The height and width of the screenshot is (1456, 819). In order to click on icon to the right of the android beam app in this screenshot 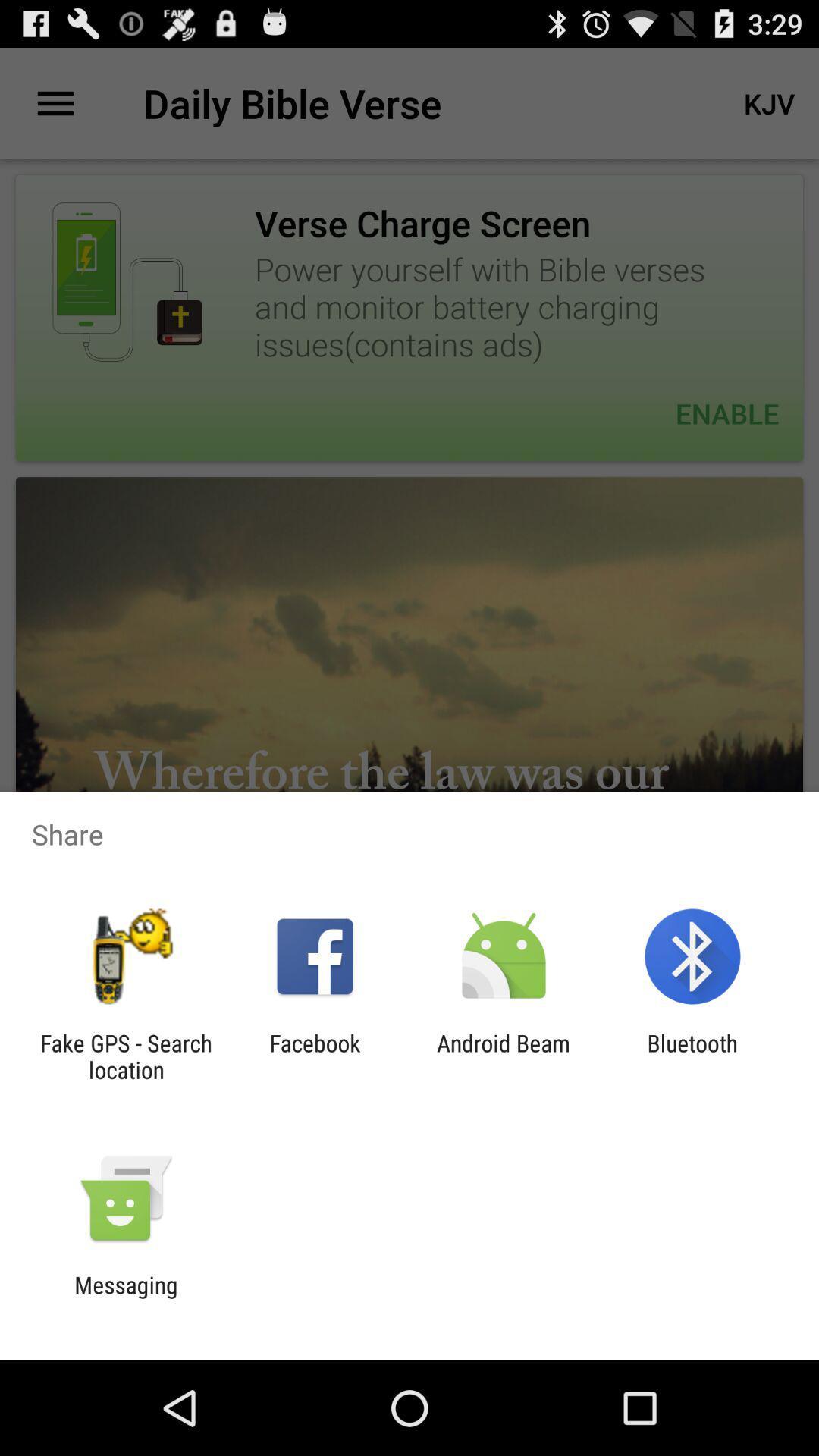, I will do `click(692, 1056)`.